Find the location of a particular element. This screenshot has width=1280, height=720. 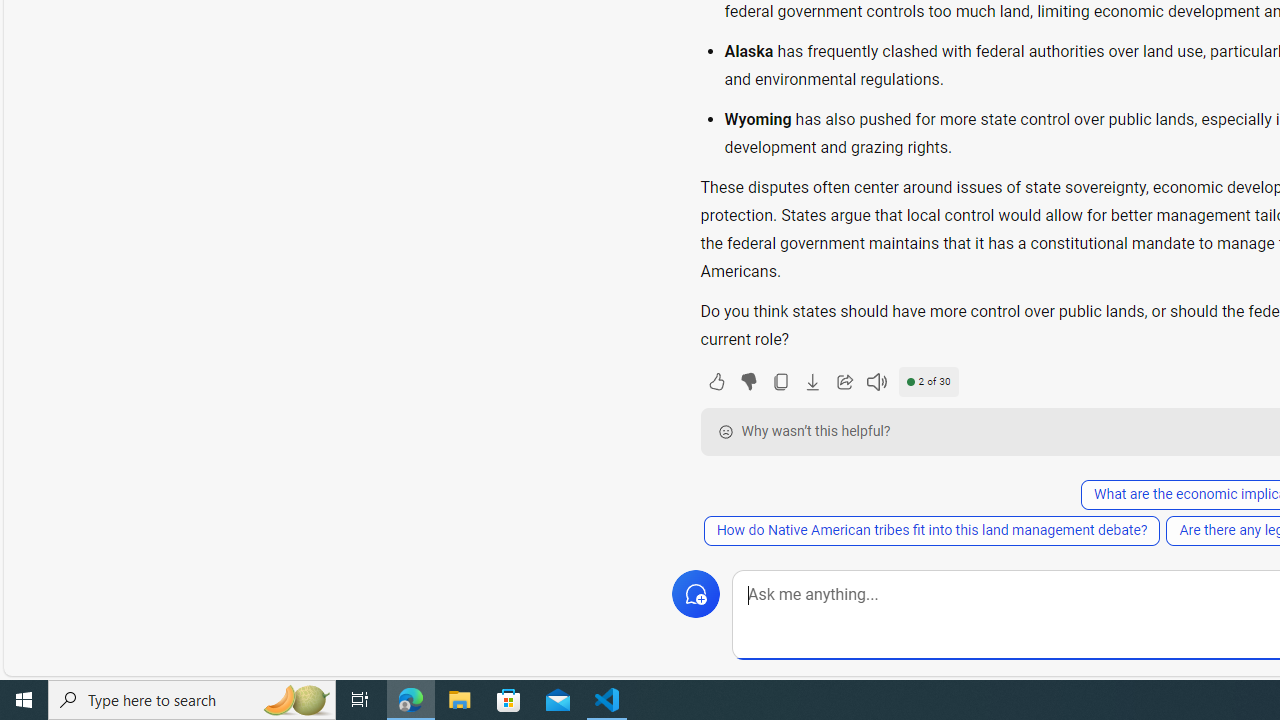

'Read aloud' is located at coordinates (876, 381).